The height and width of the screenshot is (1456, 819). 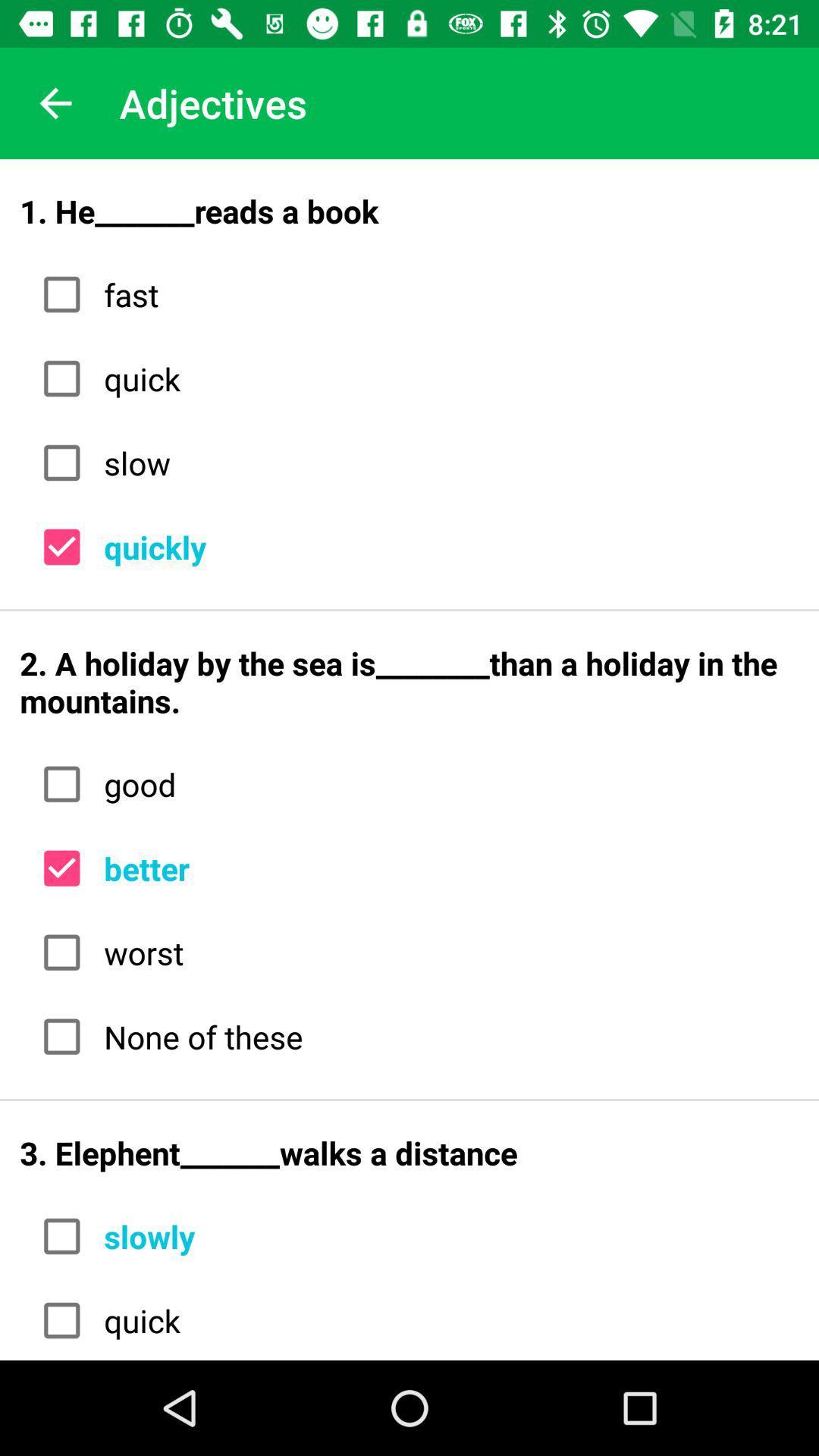 I want to click on item below better icon, so click(x=445, y=952).